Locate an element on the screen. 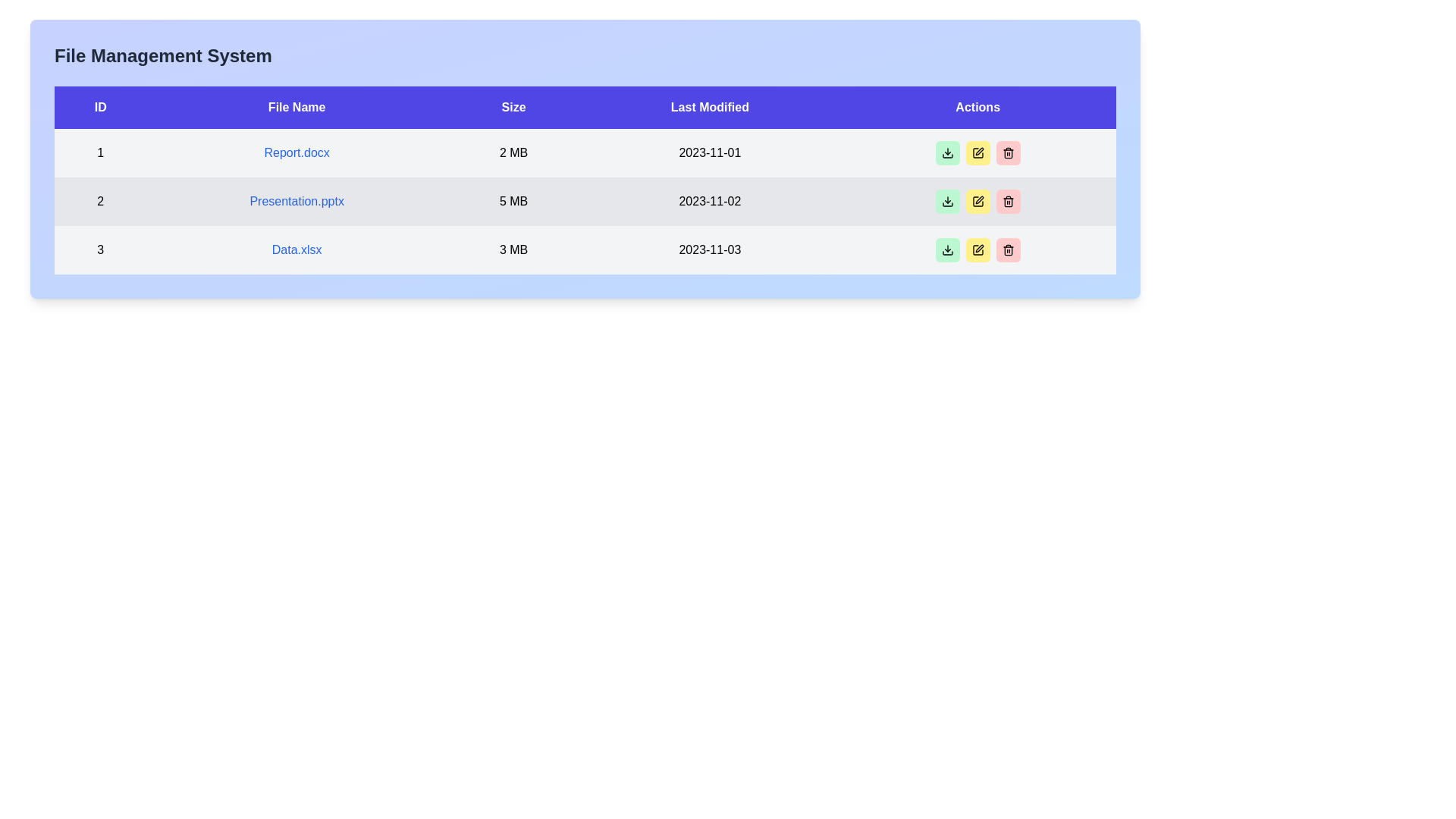  the edit button in the Actions column of the first row in the table to observe the hover styling change is located at coordinates (977, 152).